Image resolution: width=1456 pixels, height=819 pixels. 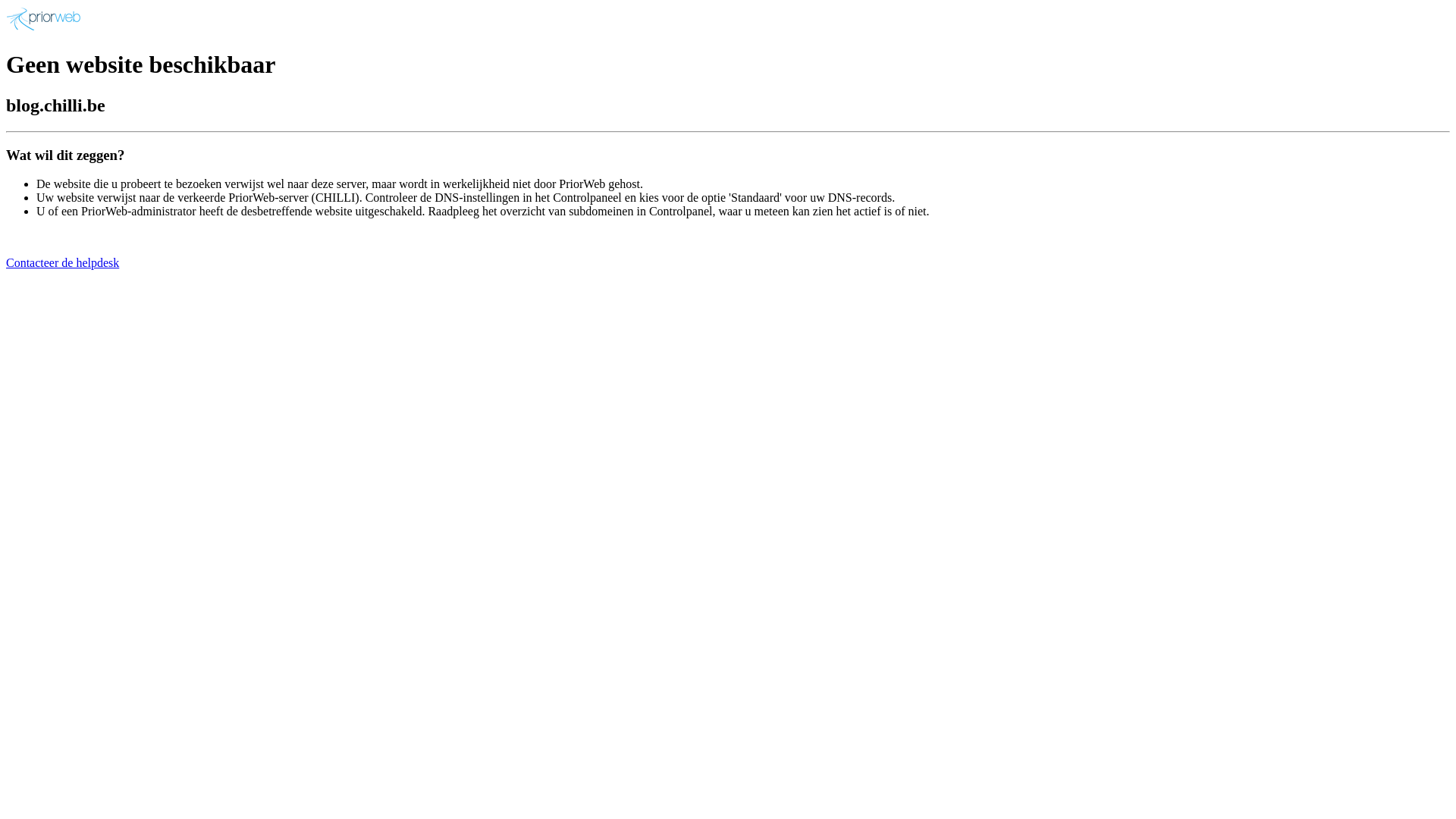 What do you see at coordinates (6, 262) in the screenshot?
I see `'Contacteer de helpdesk'` at bounding box center [6, 262].